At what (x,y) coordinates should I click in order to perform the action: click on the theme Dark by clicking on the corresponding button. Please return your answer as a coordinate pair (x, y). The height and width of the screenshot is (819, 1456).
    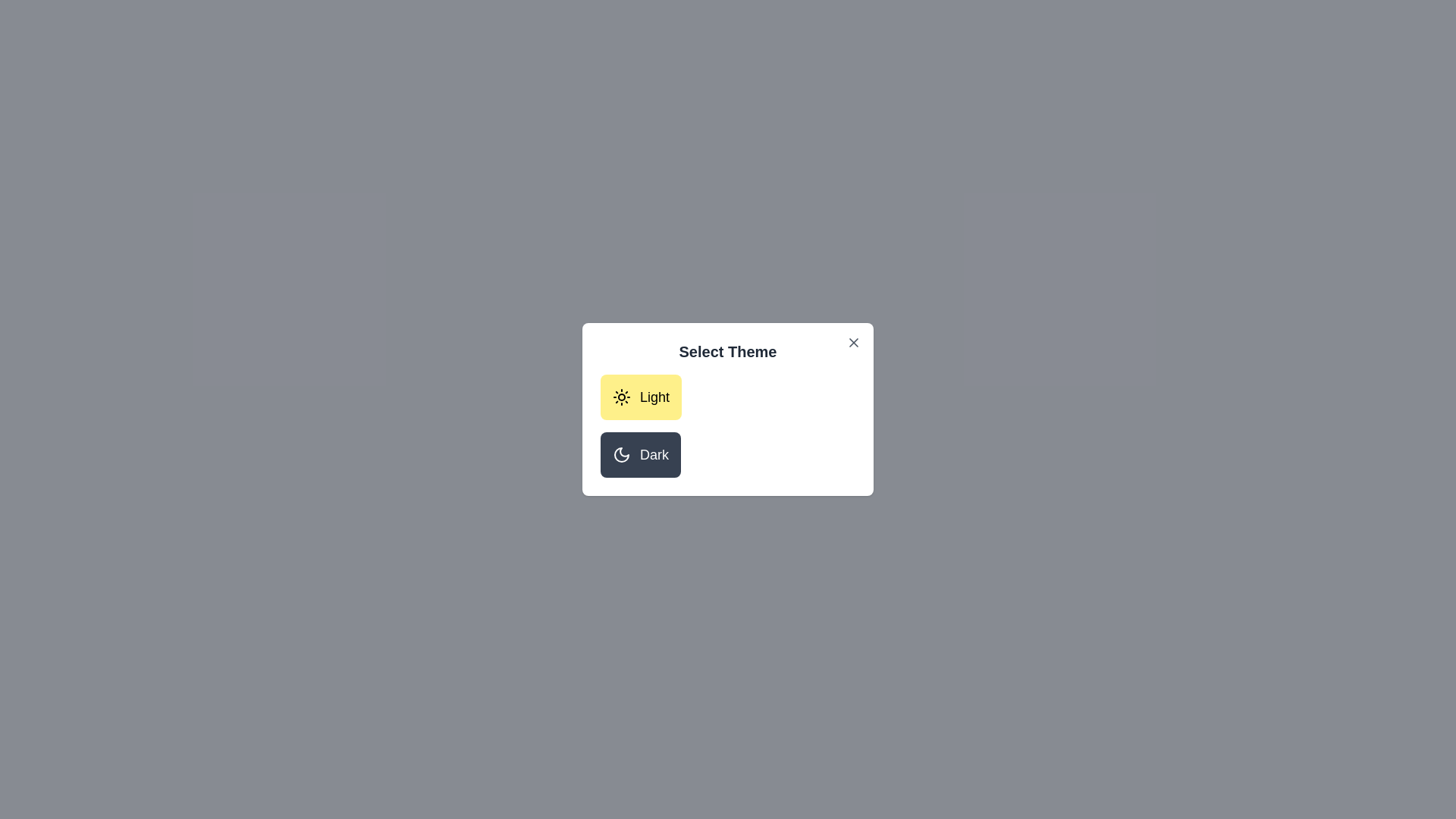
    Looking at the image, I should click on (640, 454).